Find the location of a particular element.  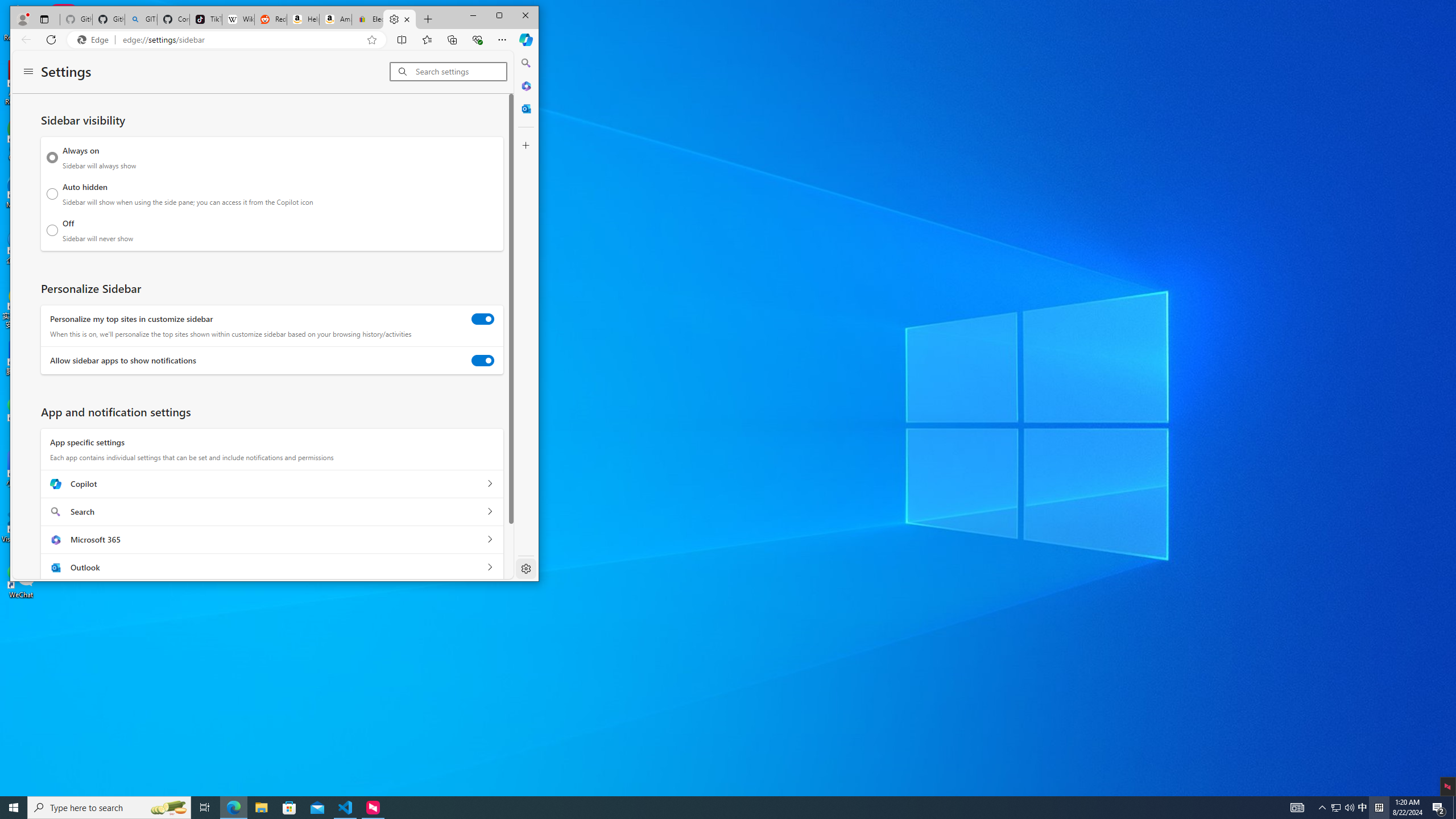

'Microsoft Edge - 1 running window' is located at coordinates (233, 806).